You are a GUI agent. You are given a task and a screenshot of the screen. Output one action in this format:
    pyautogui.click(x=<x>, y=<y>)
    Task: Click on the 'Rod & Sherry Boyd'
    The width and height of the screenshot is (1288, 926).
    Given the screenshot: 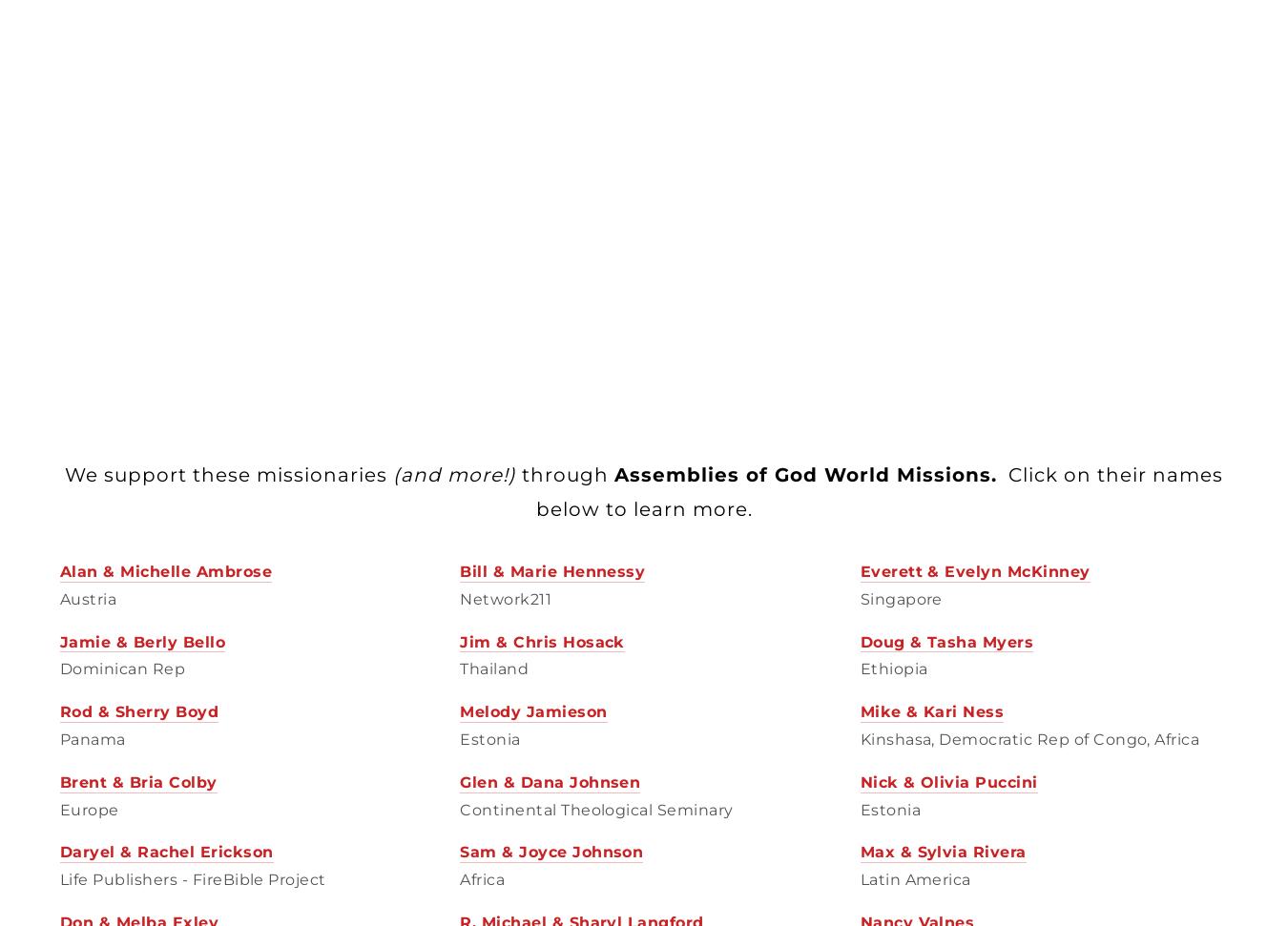 What is the action you would take?
    pyautogui.click(x=138, y=710)
    